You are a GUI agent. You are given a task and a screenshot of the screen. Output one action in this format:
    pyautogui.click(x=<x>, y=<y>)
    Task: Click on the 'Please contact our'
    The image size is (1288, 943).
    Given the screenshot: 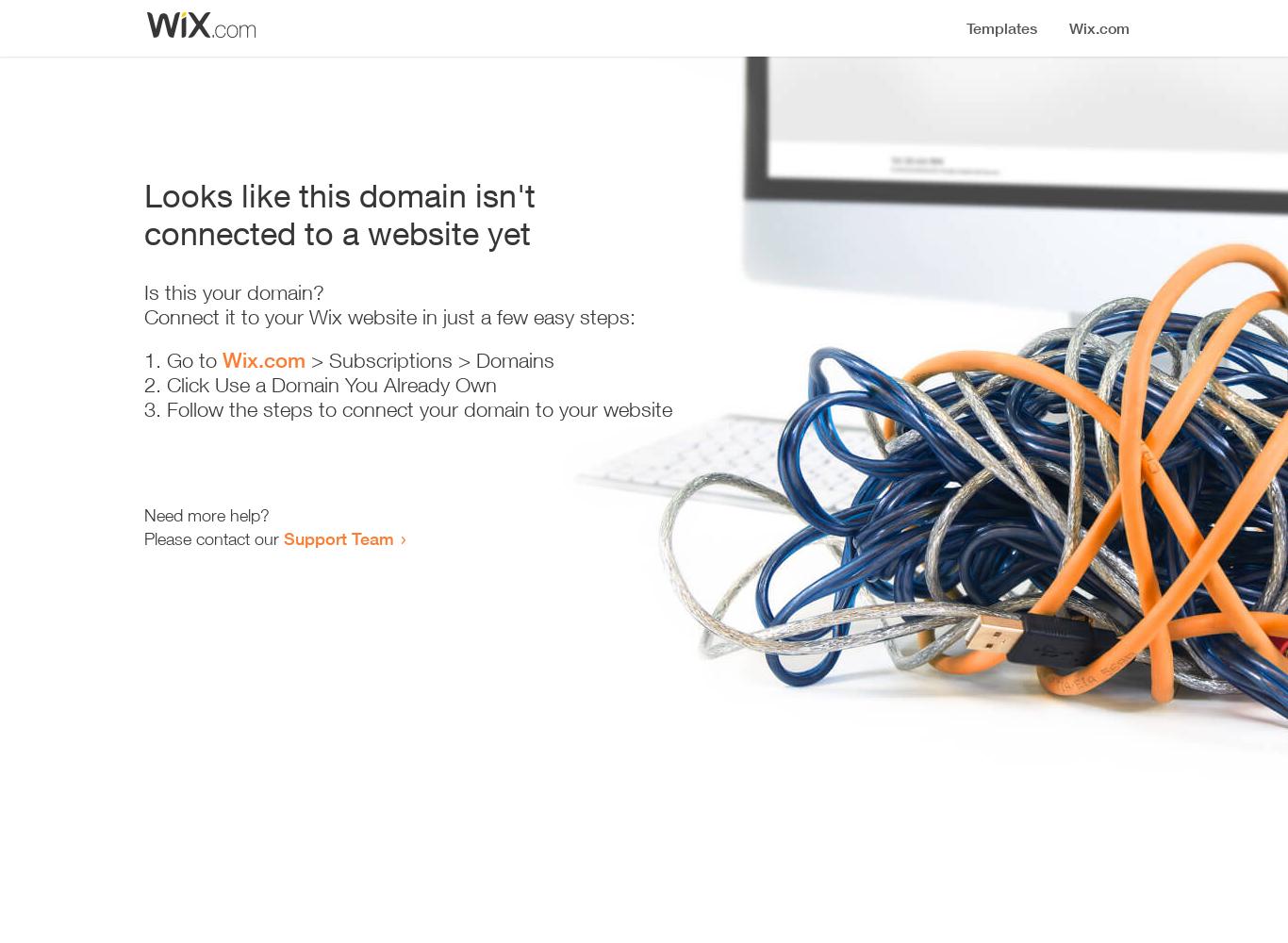 What is the action you would take?
    pyautogui.click(x=213, y=538)
    